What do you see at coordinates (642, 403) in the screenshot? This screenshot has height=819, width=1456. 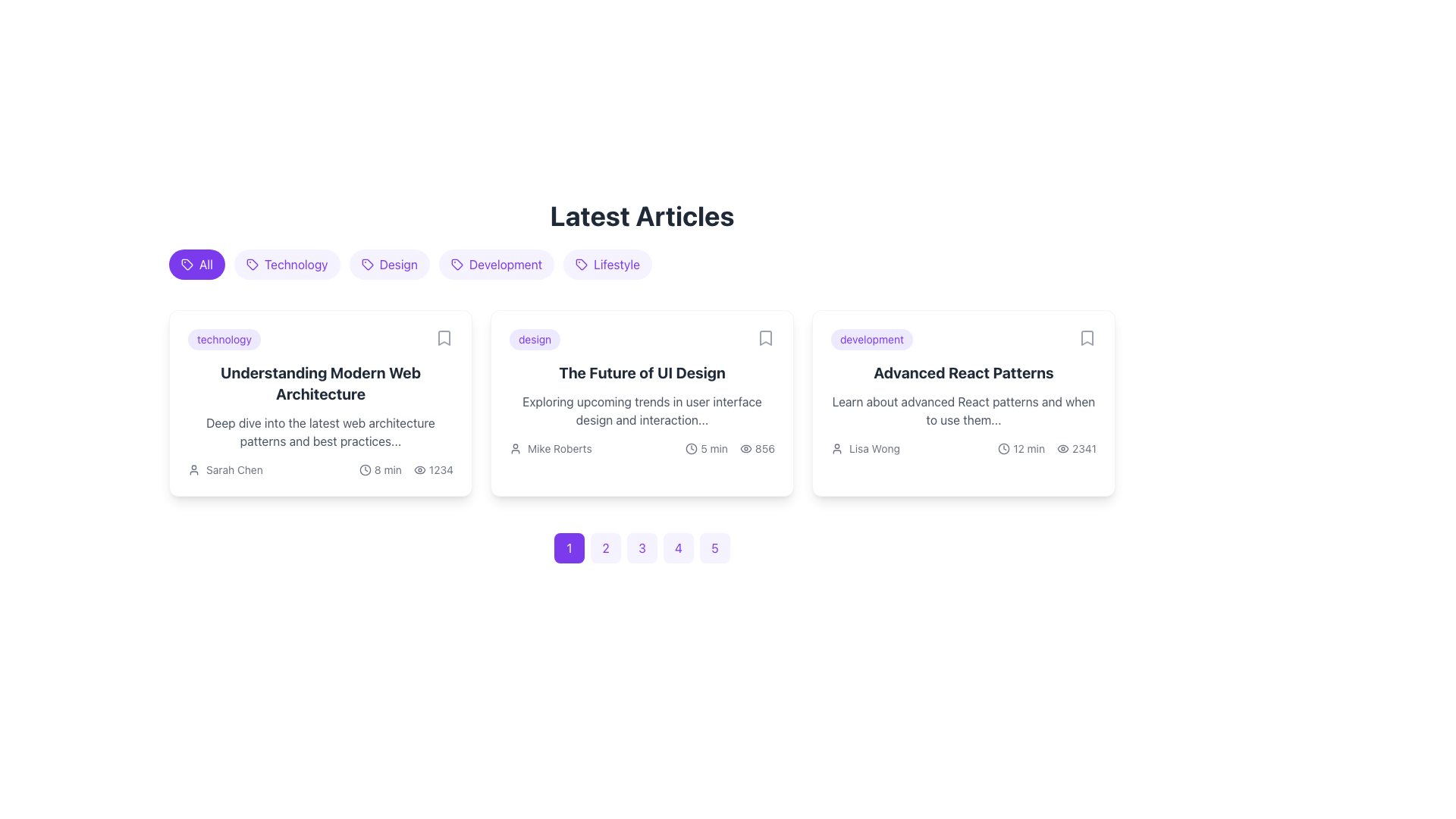 I see `the middle content card in the three-column grid layout` at bounding box center [642, 403].